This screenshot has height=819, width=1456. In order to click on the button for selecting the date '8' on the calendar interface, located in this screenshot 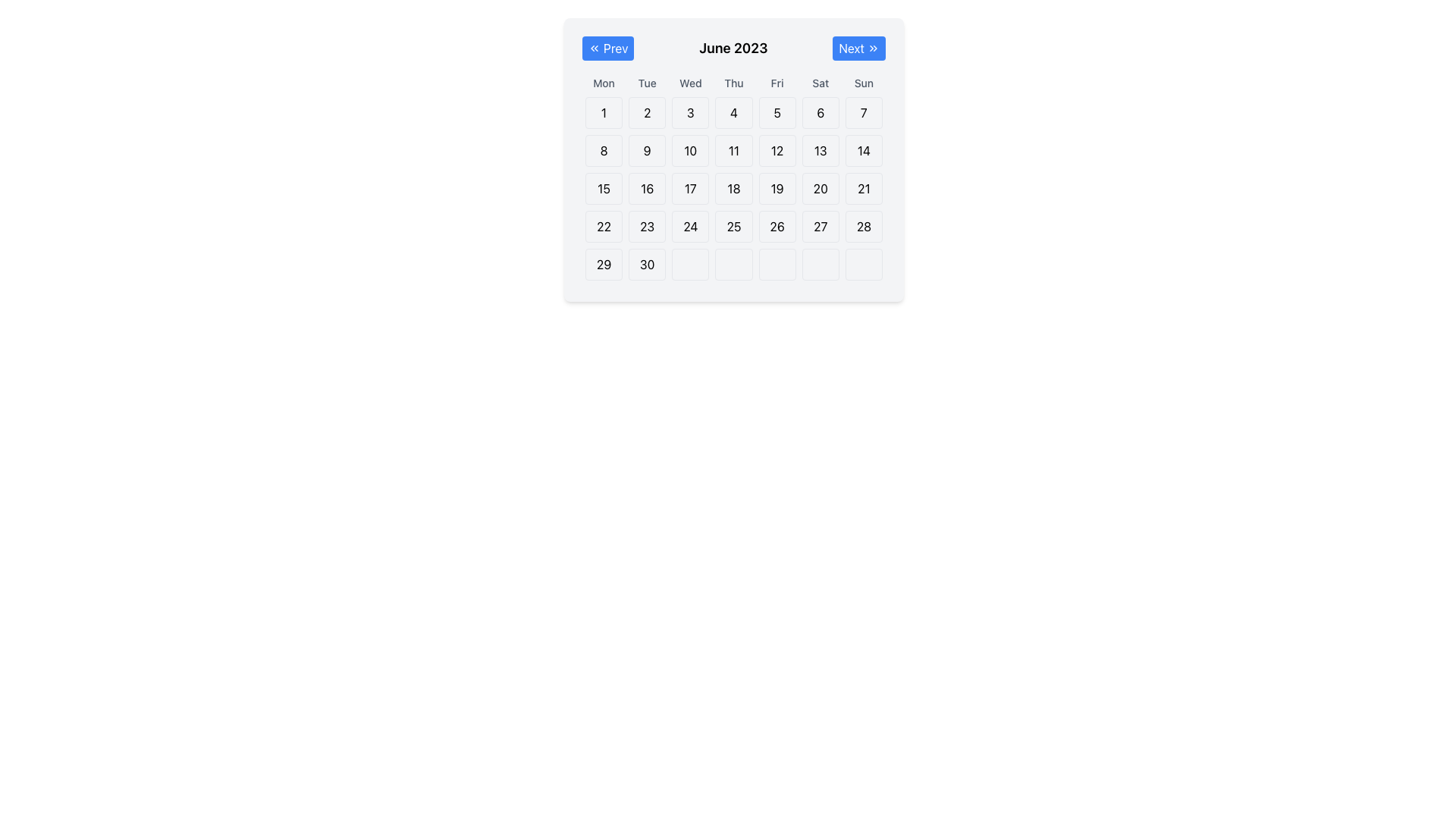, I will do `click(603, 151)`.